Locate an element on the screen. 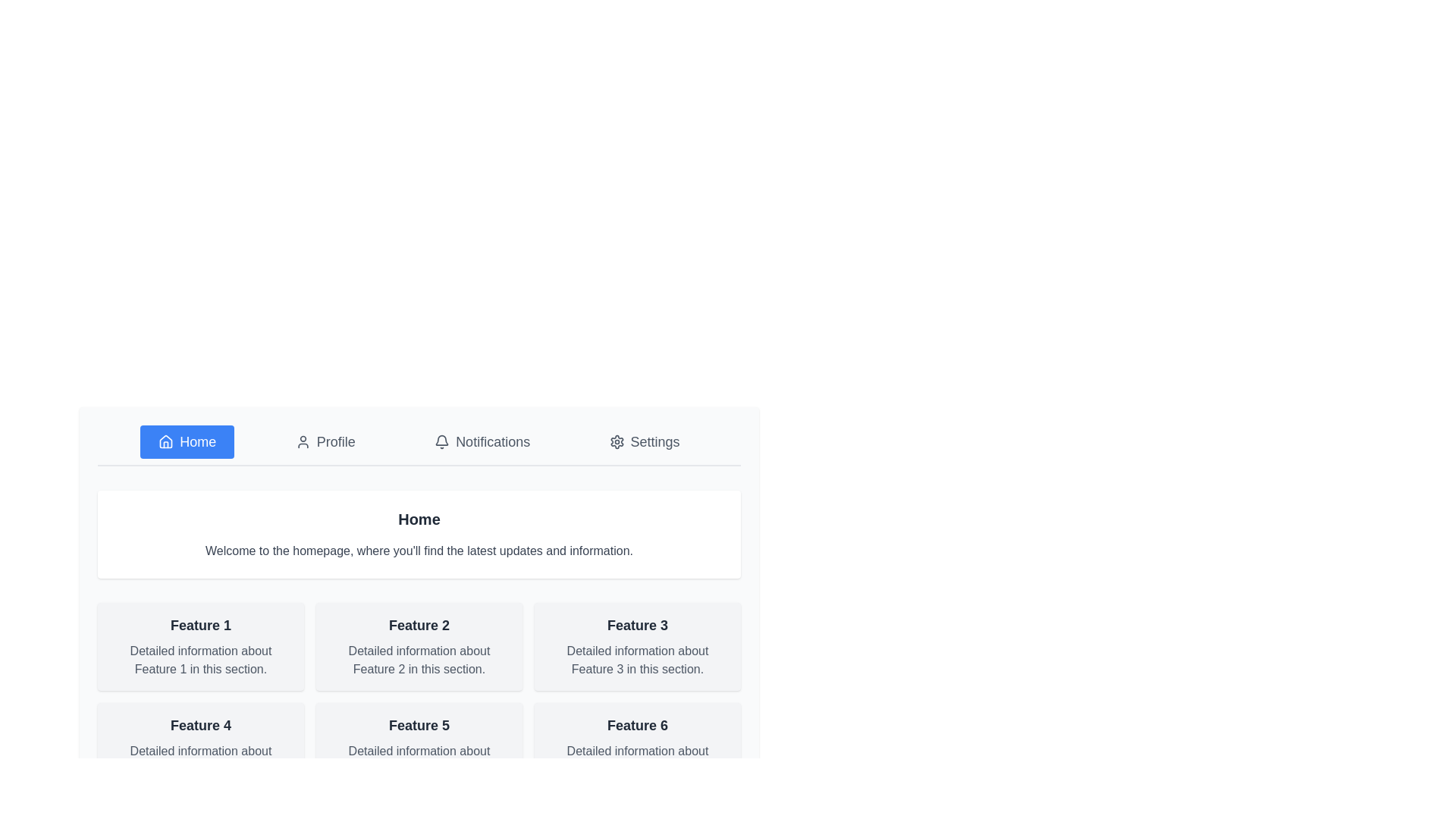 The width and height of the screenshot is (1456, 819). the descriptive text label for 'Feature 6', located in the last row of the grid system, below its sibling text element 'Feature 6' is located at coordinates (637, 760).